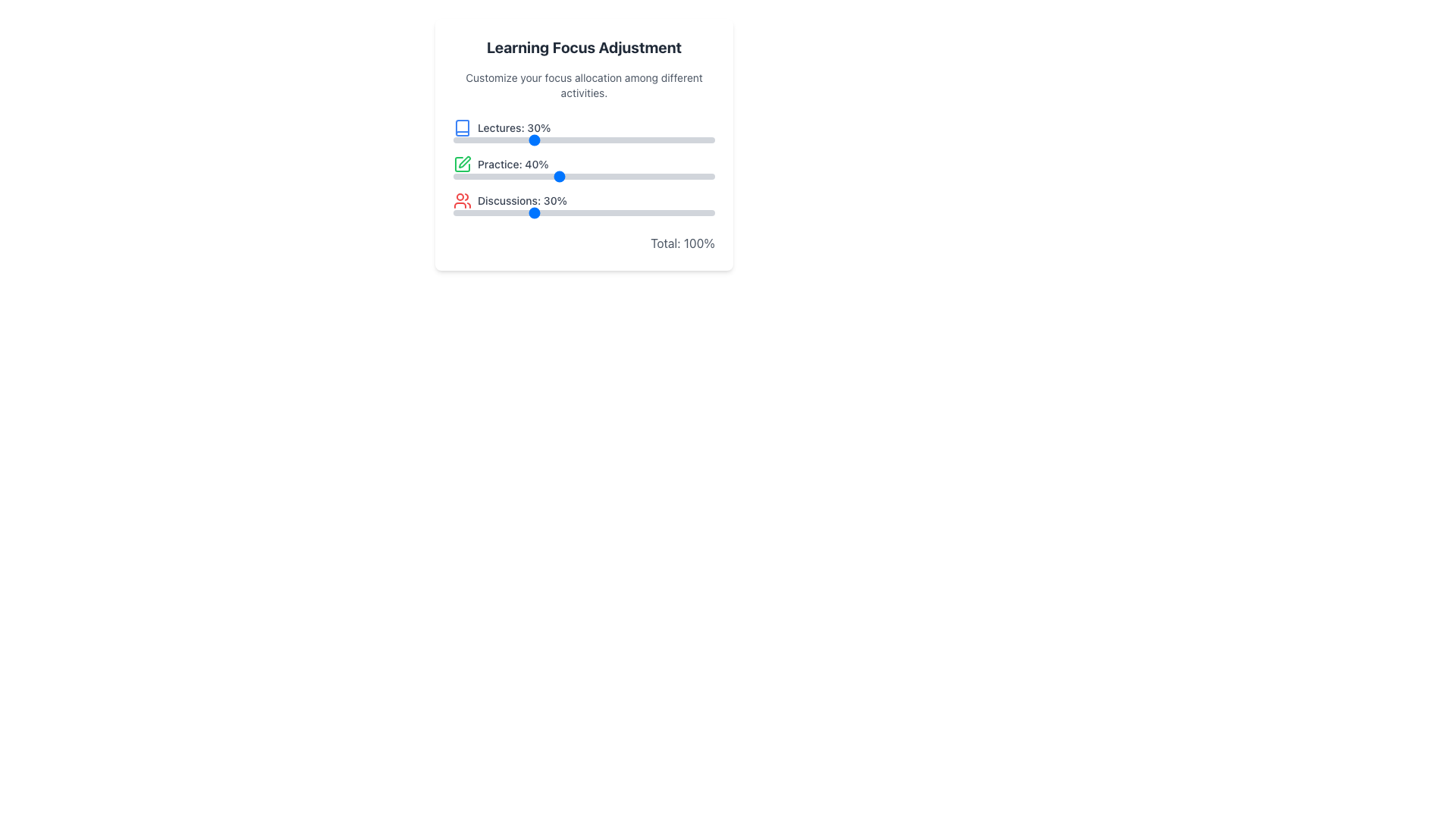  Describe the element at coordinates (583, 167) in the screenshot. I see `the sliders on the Interactive Progress Bars Group` at that location.